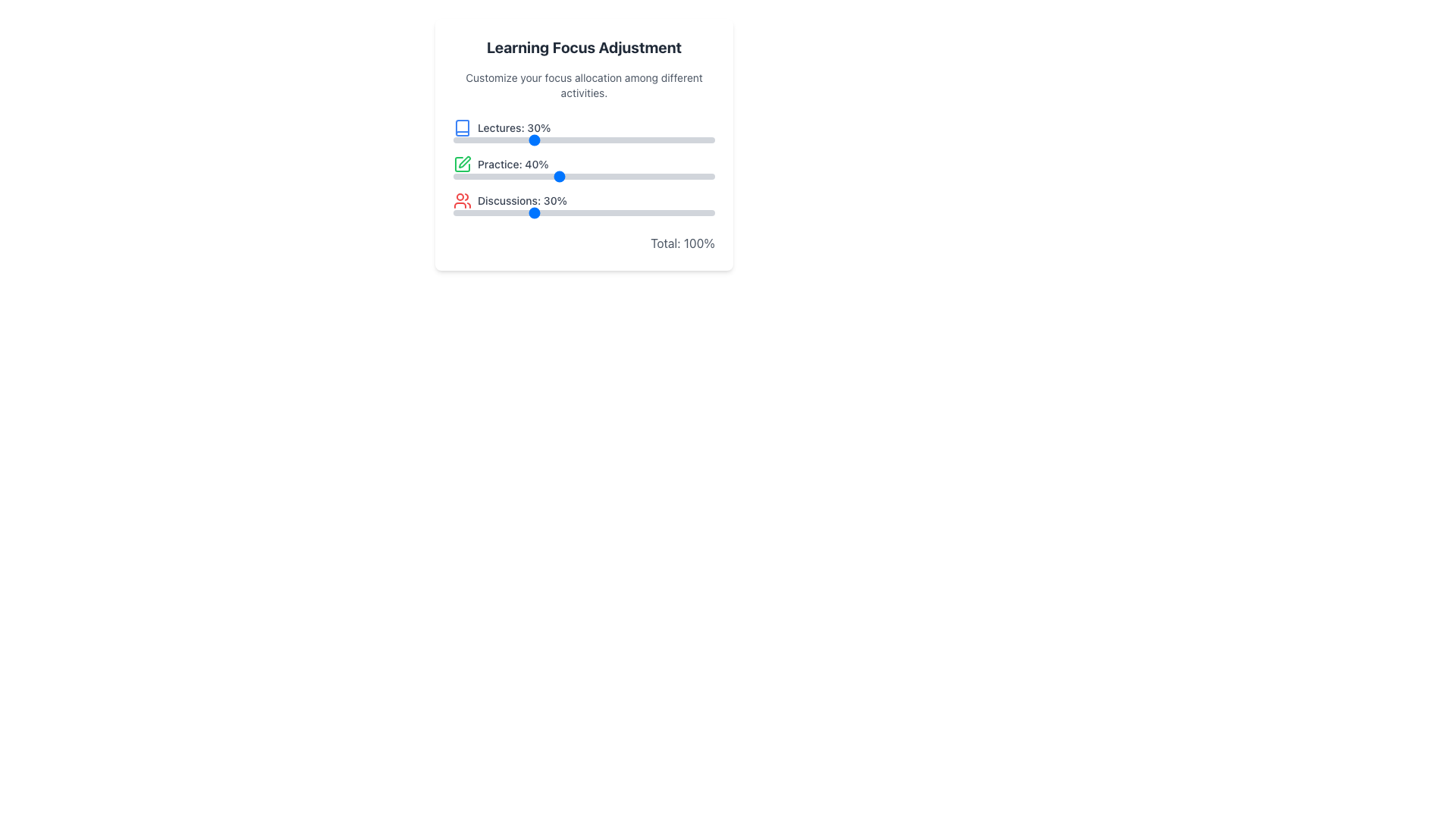  Describe the element at coordinates (583, 167) in the screenshot. I see `the sliders on the Interactive Progress Bars Group` at that location.